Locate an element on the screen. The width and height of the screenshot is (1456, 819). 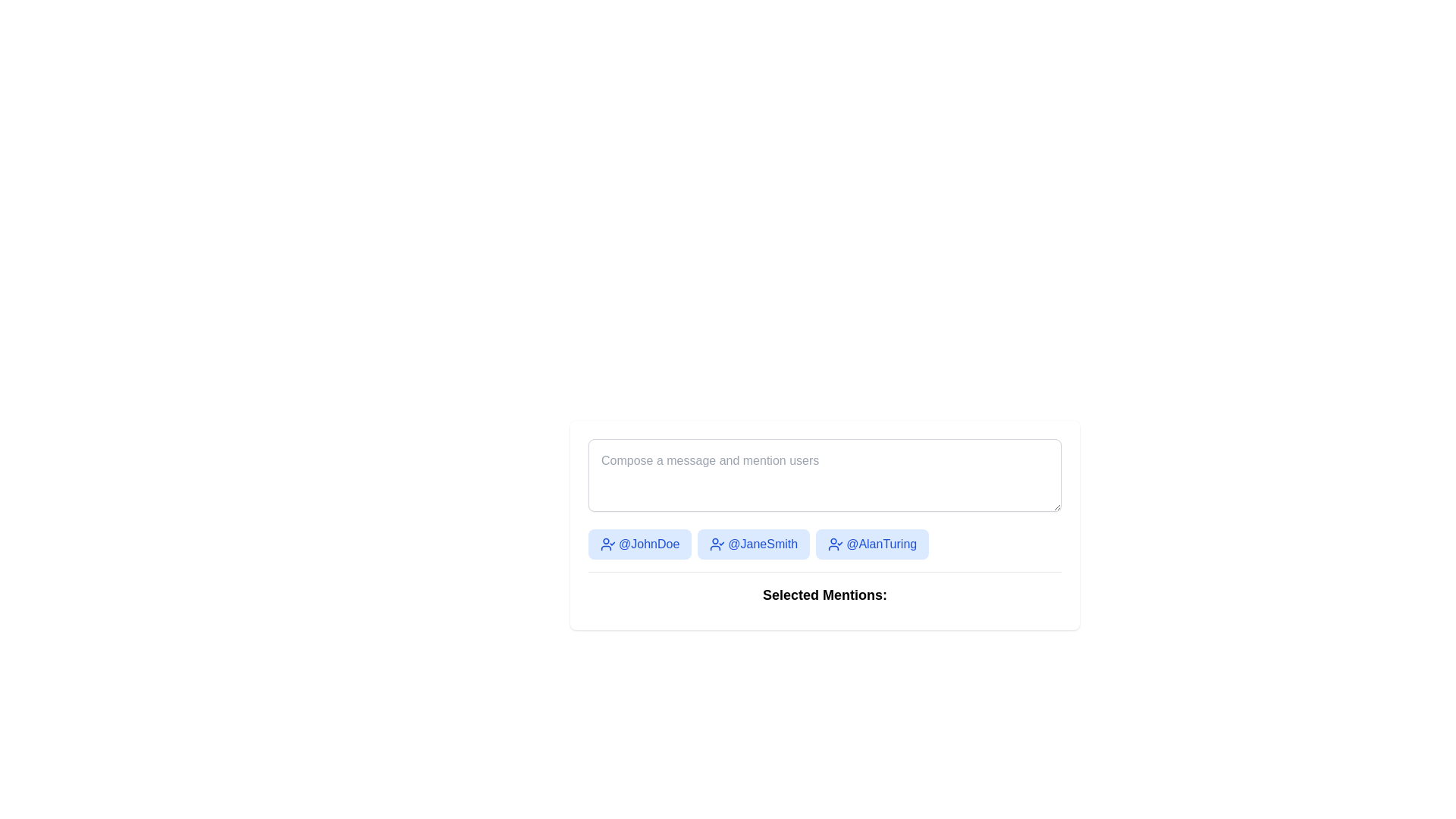
the button labeled '@AlanTuring' with a user icon and checkmark is located at coordinates (872, 543).